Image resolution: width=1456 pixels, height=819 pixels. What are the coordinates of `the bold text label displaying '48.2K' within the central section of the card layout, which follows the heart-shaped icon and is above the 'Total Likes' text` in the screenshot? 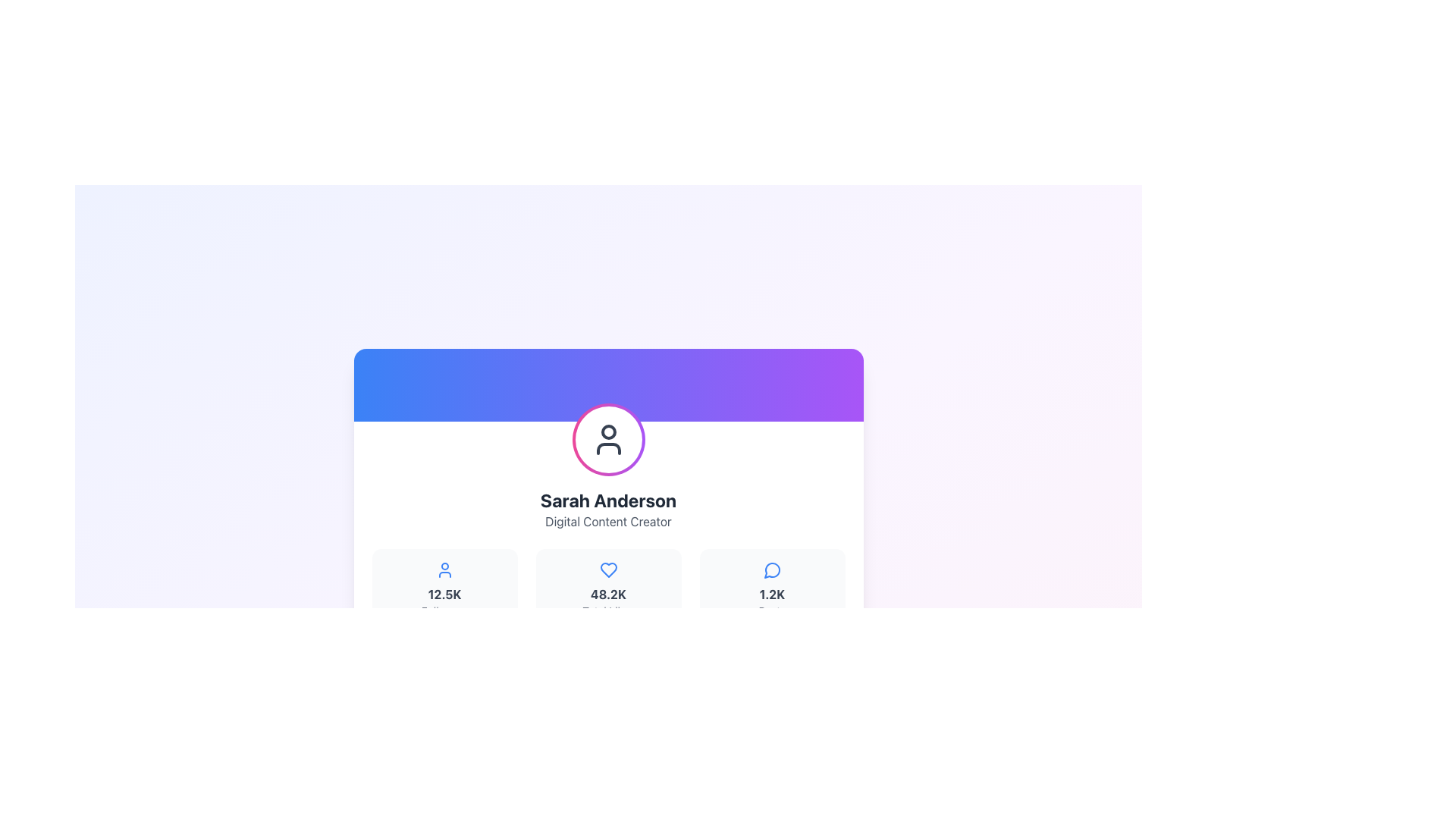 It's located at (608, 593).